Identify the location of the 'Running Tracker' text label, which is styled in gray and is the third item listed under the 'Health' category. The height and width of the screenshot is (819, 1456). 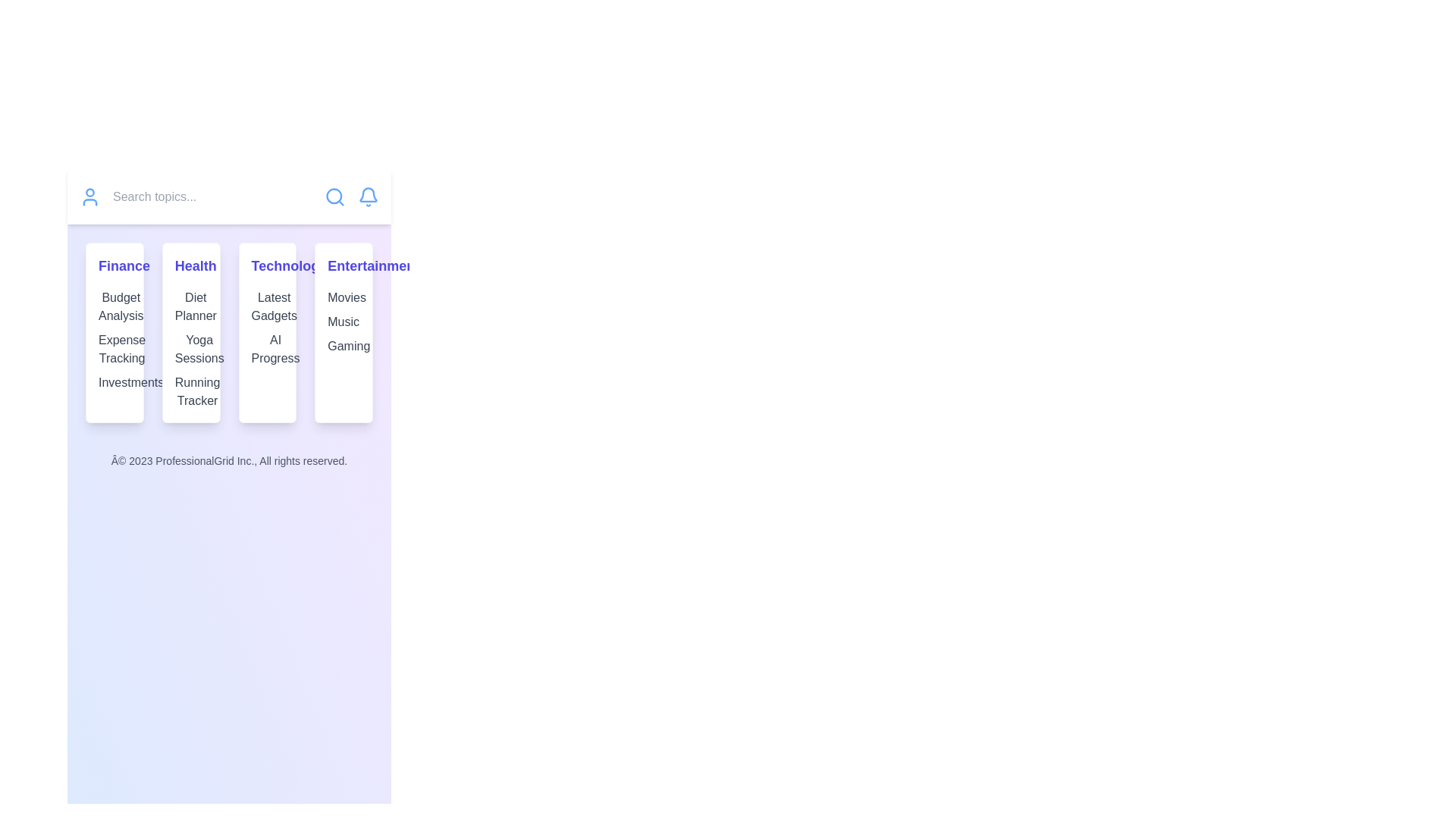
(190, 391).